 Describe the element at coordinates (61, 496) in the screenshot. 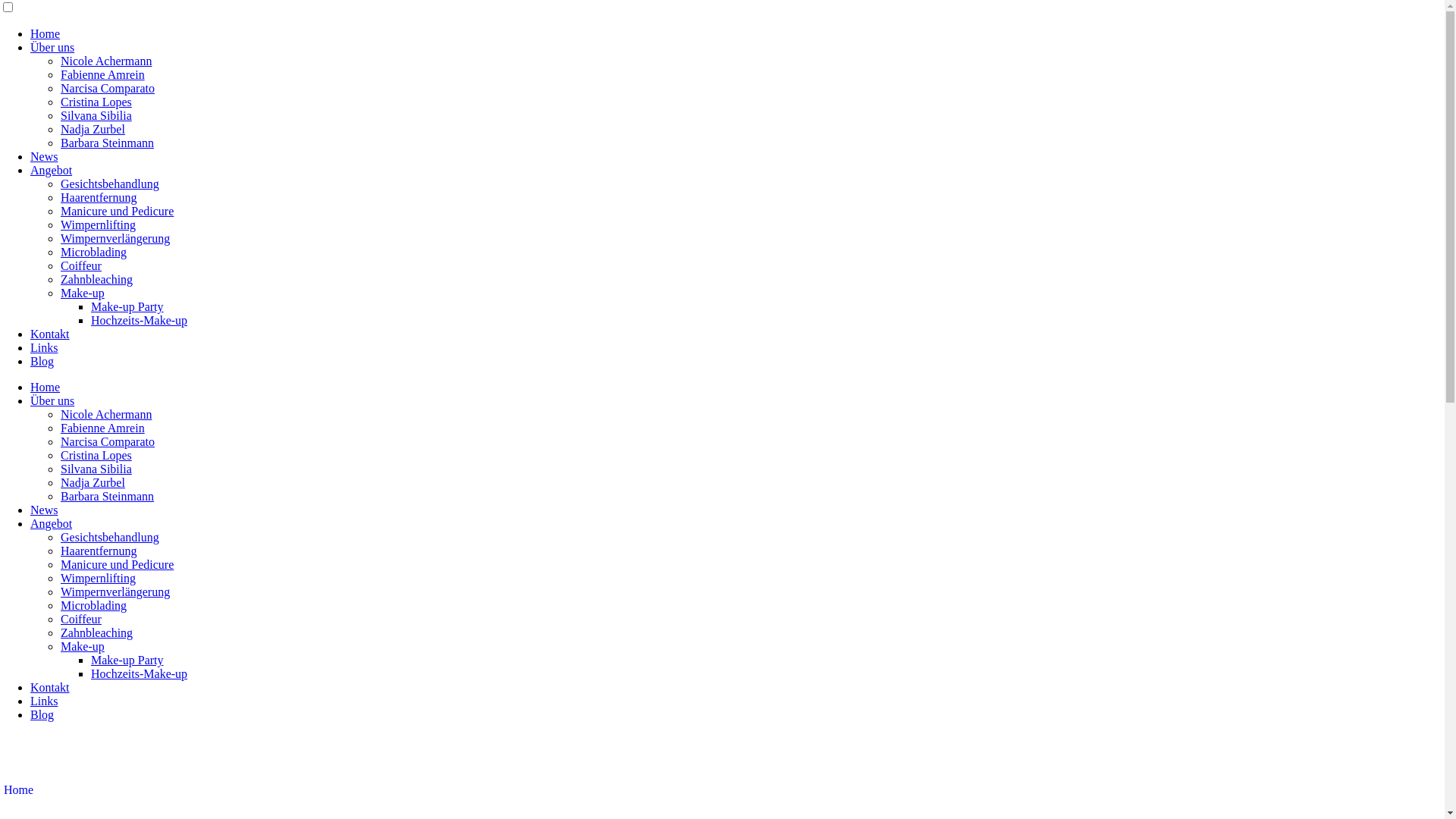

I see `'Barbara Steinmann'` at that location.